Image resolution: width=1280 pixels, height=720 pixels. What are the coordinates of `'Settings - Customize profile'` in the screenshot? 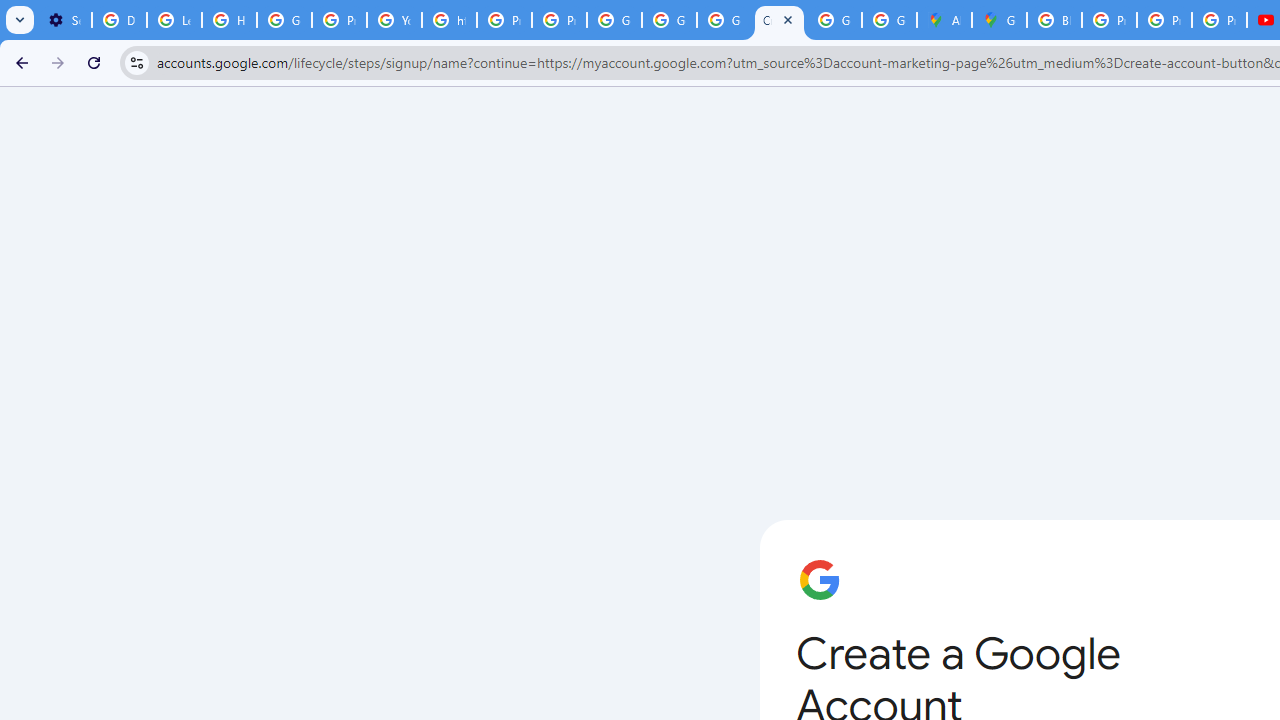 It's located at (64, 20).